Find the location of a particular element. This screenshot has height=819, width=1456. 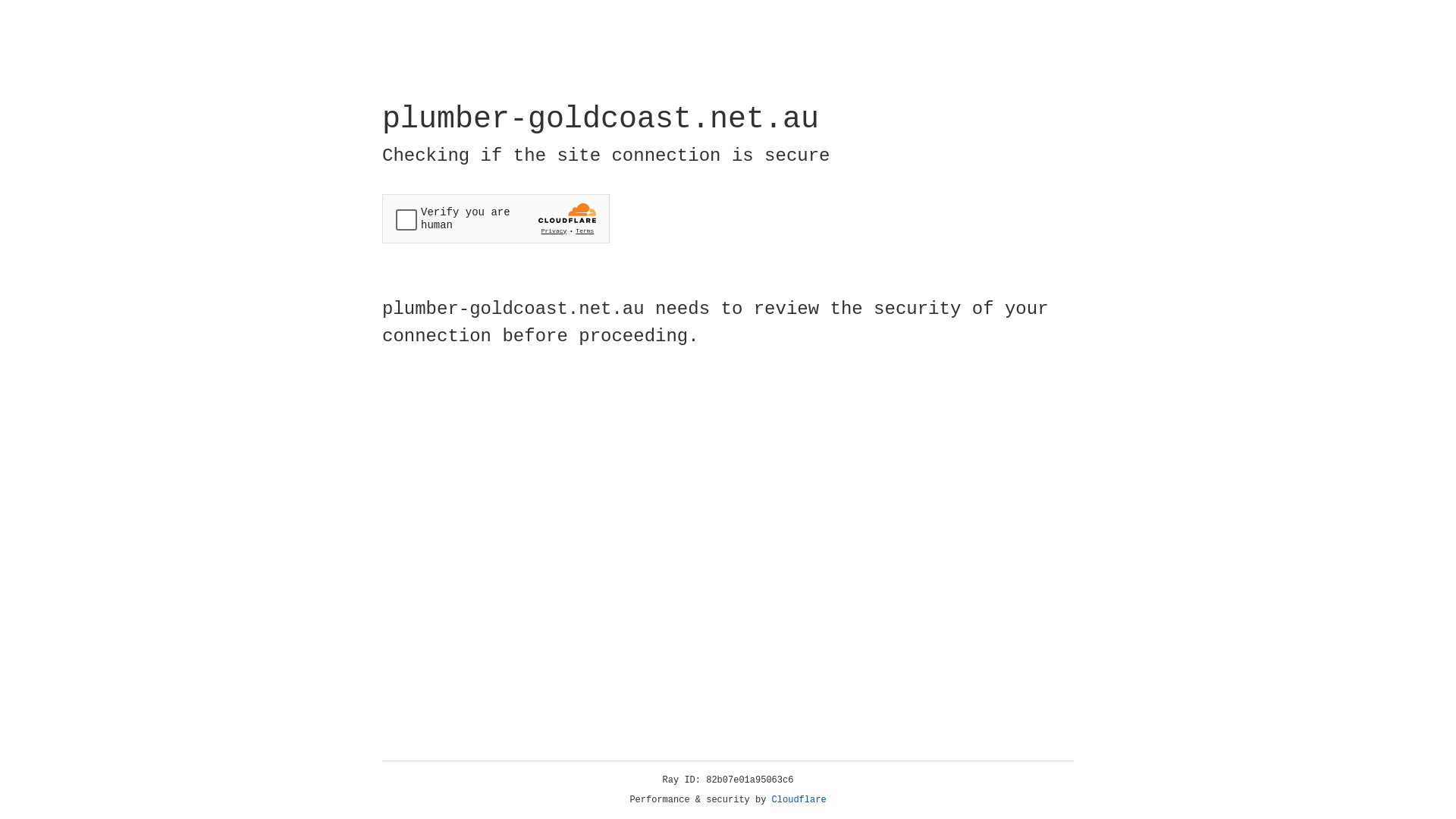

'Cloudflare' is located at coordinates (799, 799).